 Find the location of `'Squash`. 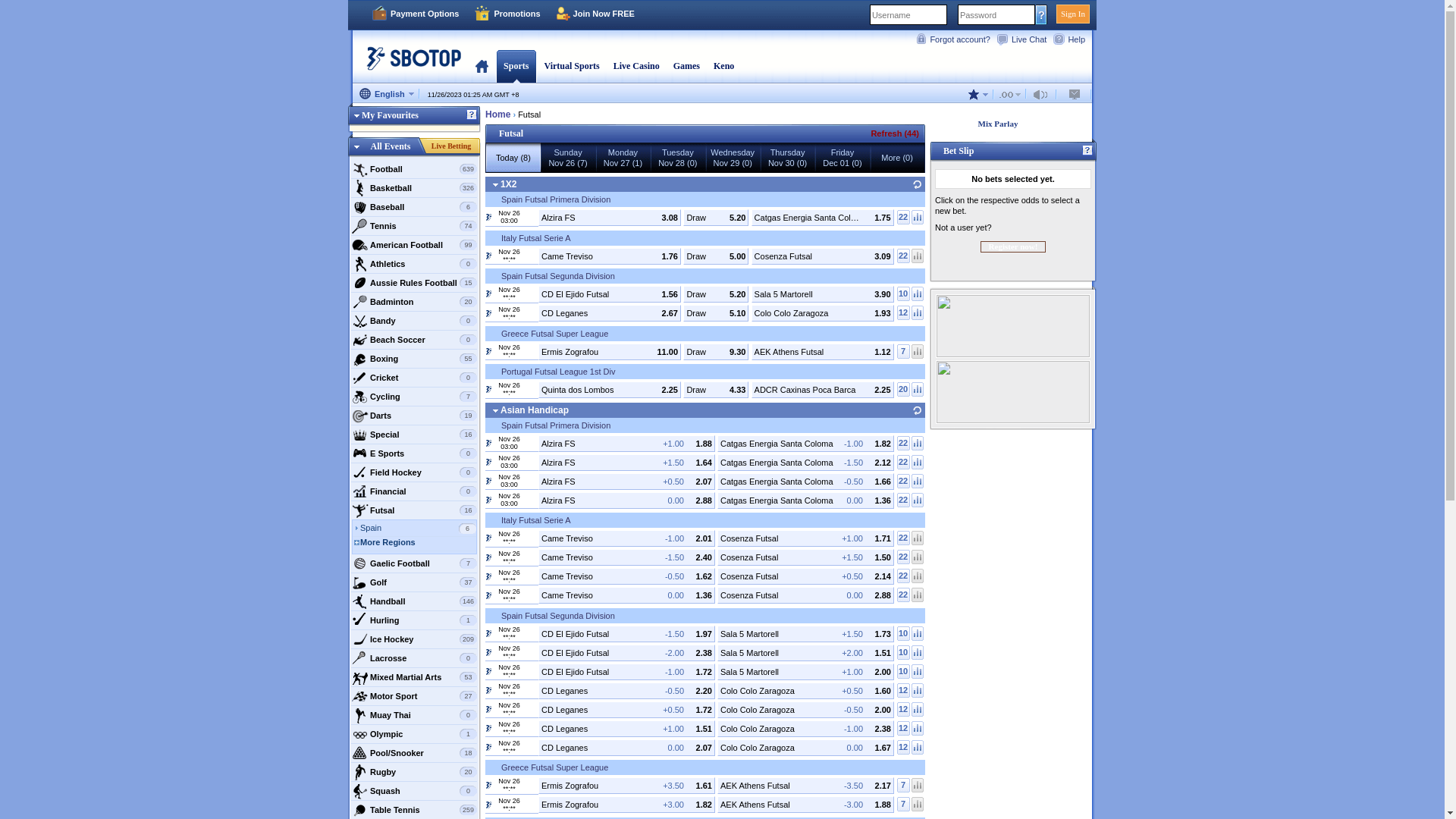

'Squash is located at coordinates (414, 789).